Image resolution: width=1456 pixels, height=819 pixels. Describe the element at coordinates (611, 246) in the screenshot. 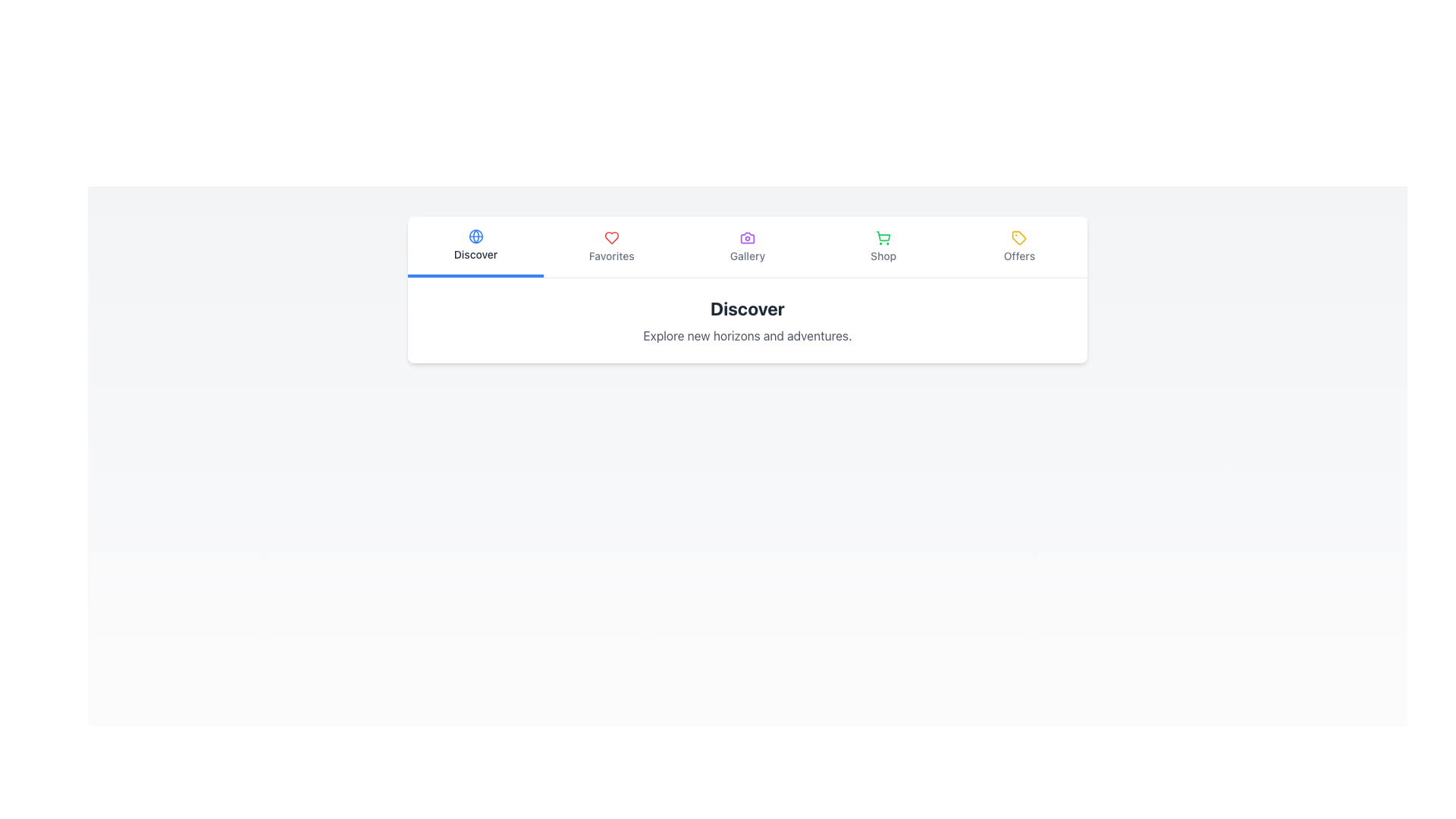

I see `the 'Favorites' button located in the horizontal navigation bar, positioned to the right of the 'Discover' tab and to the left of the 'Gallery' tab` at that location.